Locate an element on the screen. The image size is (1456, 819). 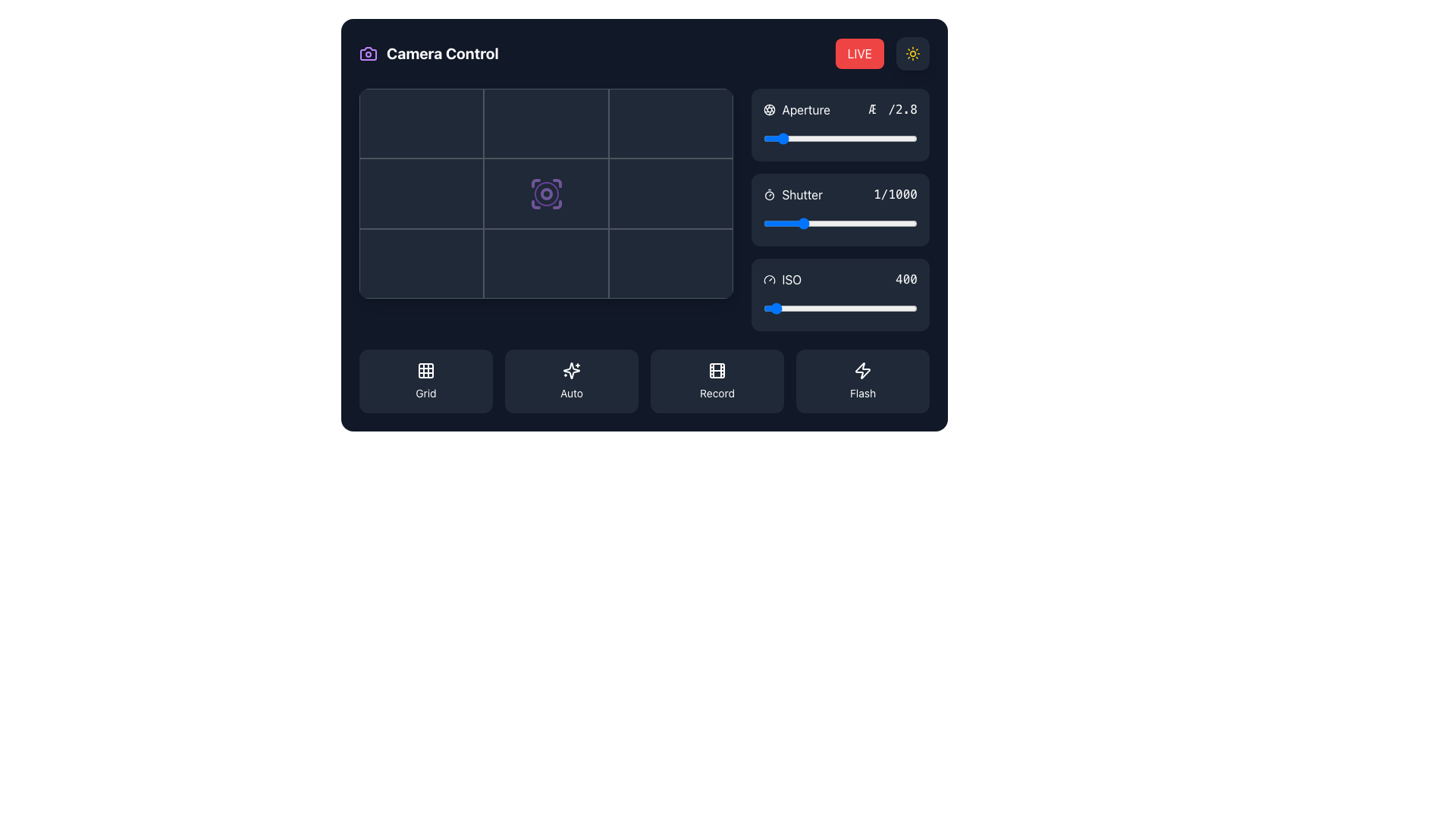
the interactive preview area or alignment focus box, which features a grid pattern and a purple circular motif in the center, to interact with the grid is located at coordinates (546, 193).